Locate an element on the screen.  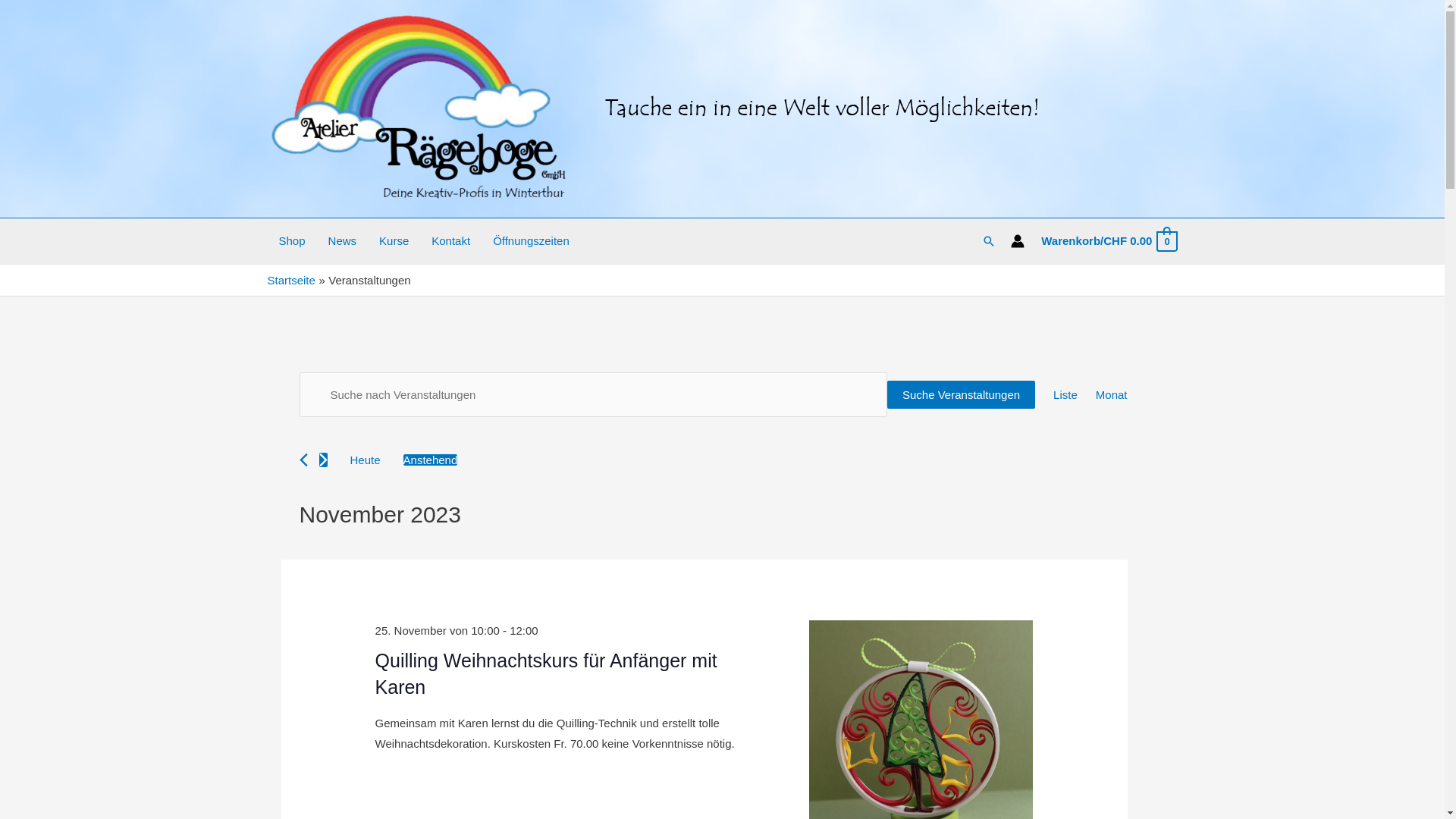
'Suche' is located at coordinates (989, 240).